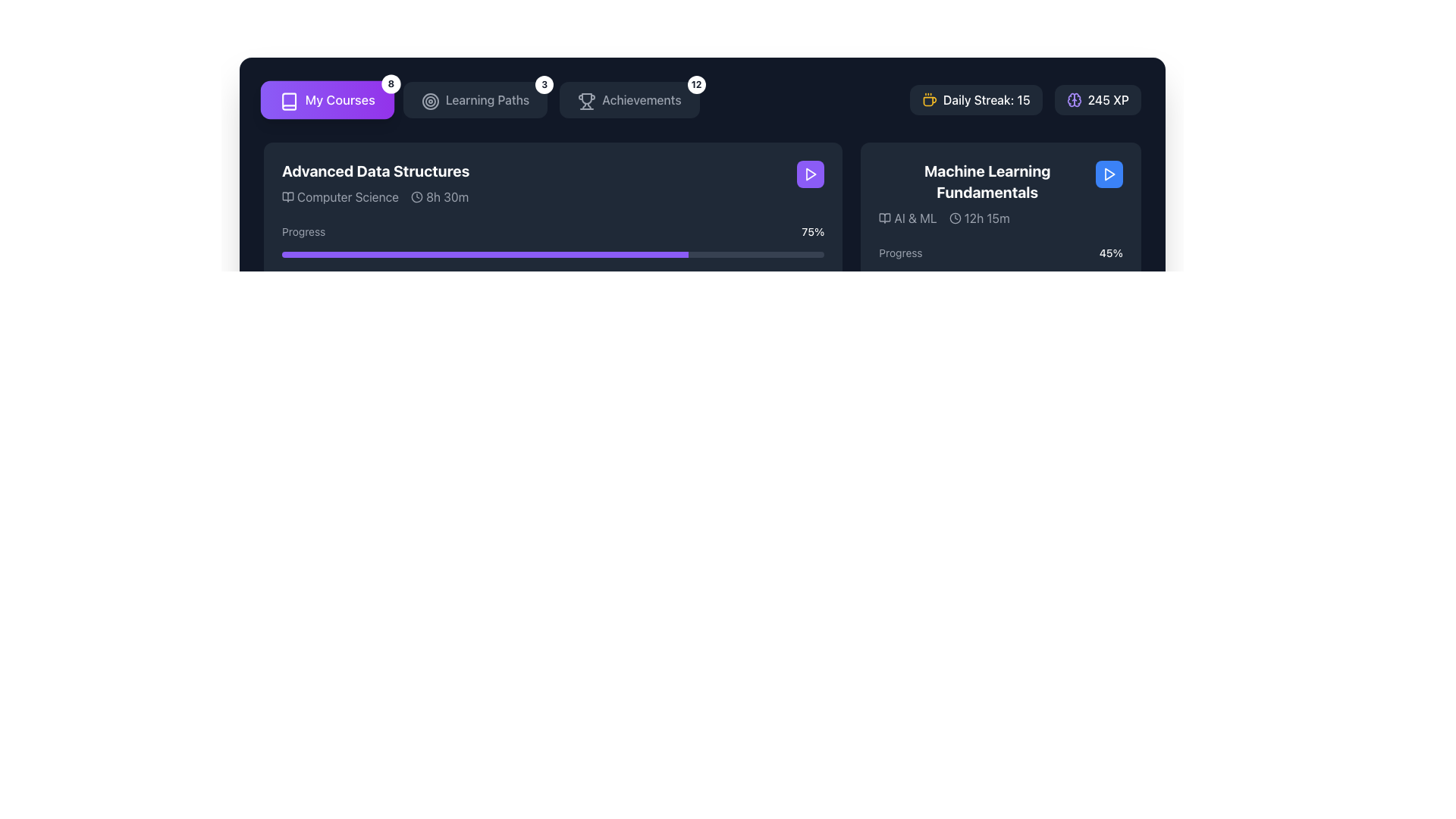 This screenshot has width=1456, height=819. I want to click on text label displaying '8h 30m' which is styled in white text on a dark background, located to the right of a clock icon within the 'Advanced Data Structures' section, so click(447, 196).